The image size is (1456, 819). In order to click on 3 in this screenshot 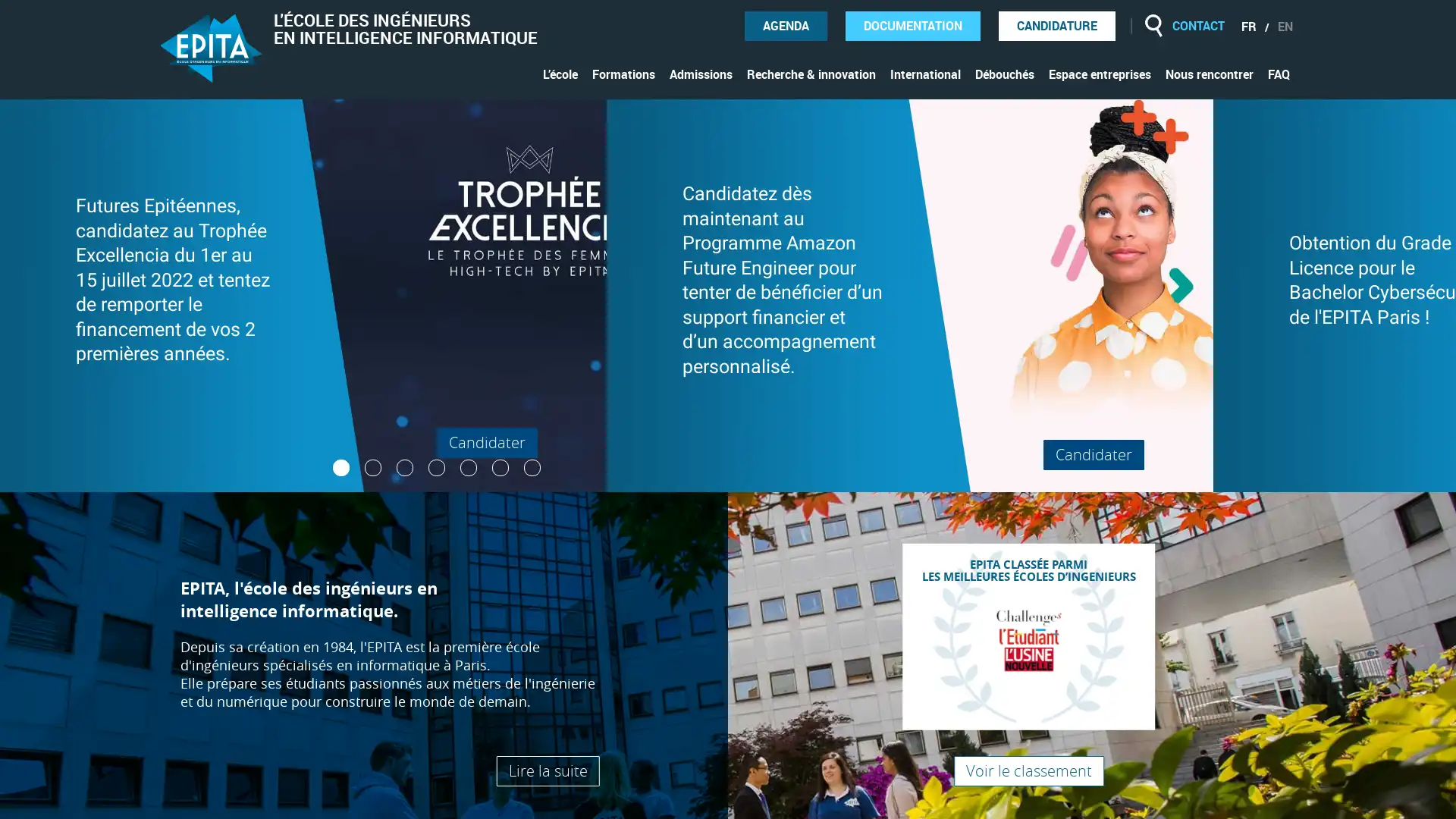, I will do `click(404, 464)`.